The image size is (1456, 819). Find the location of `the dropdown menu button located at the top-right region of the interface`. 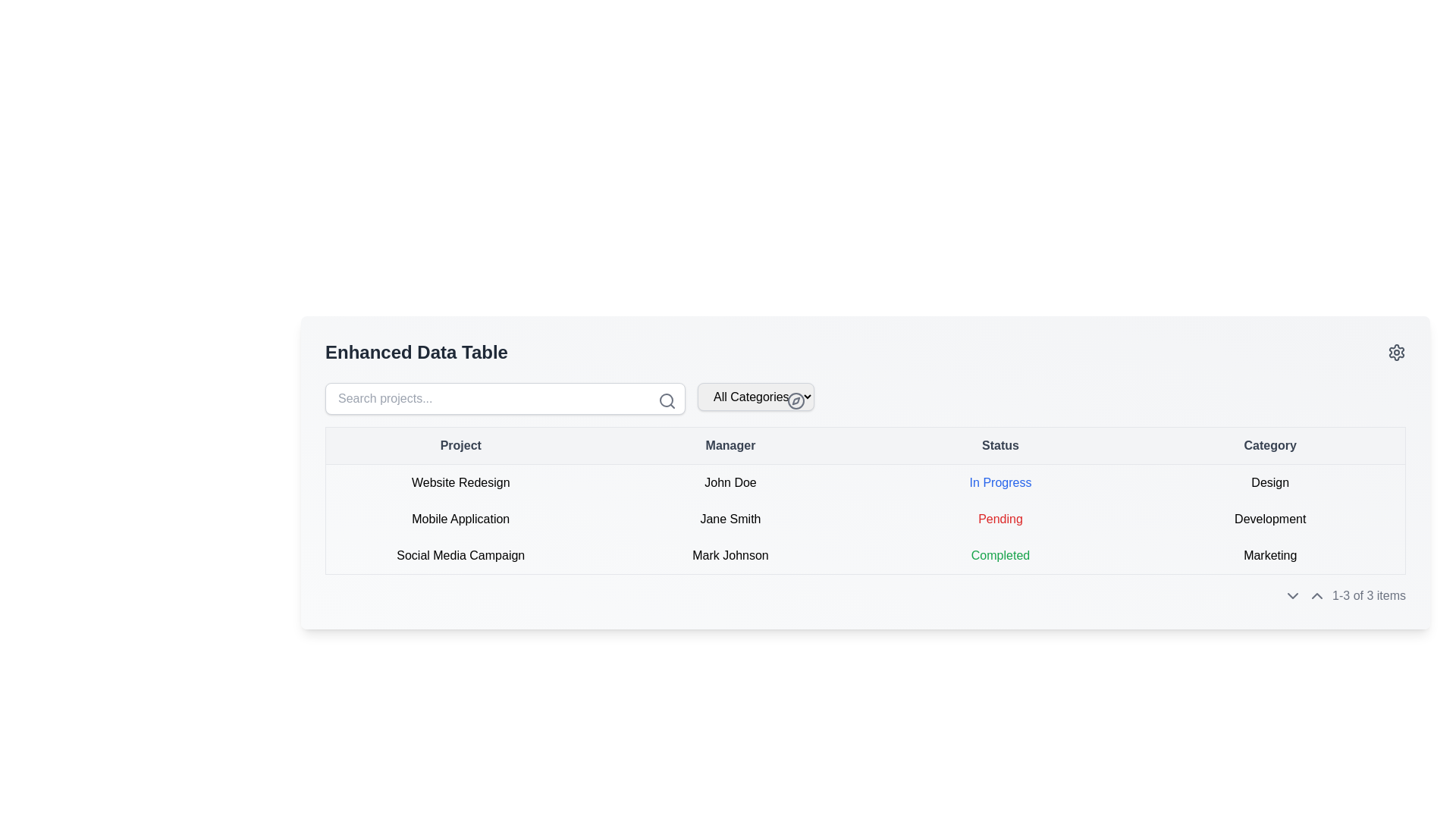

the dropdown menu button located at the top-right region of the interface is located at coordinates (756, 396).